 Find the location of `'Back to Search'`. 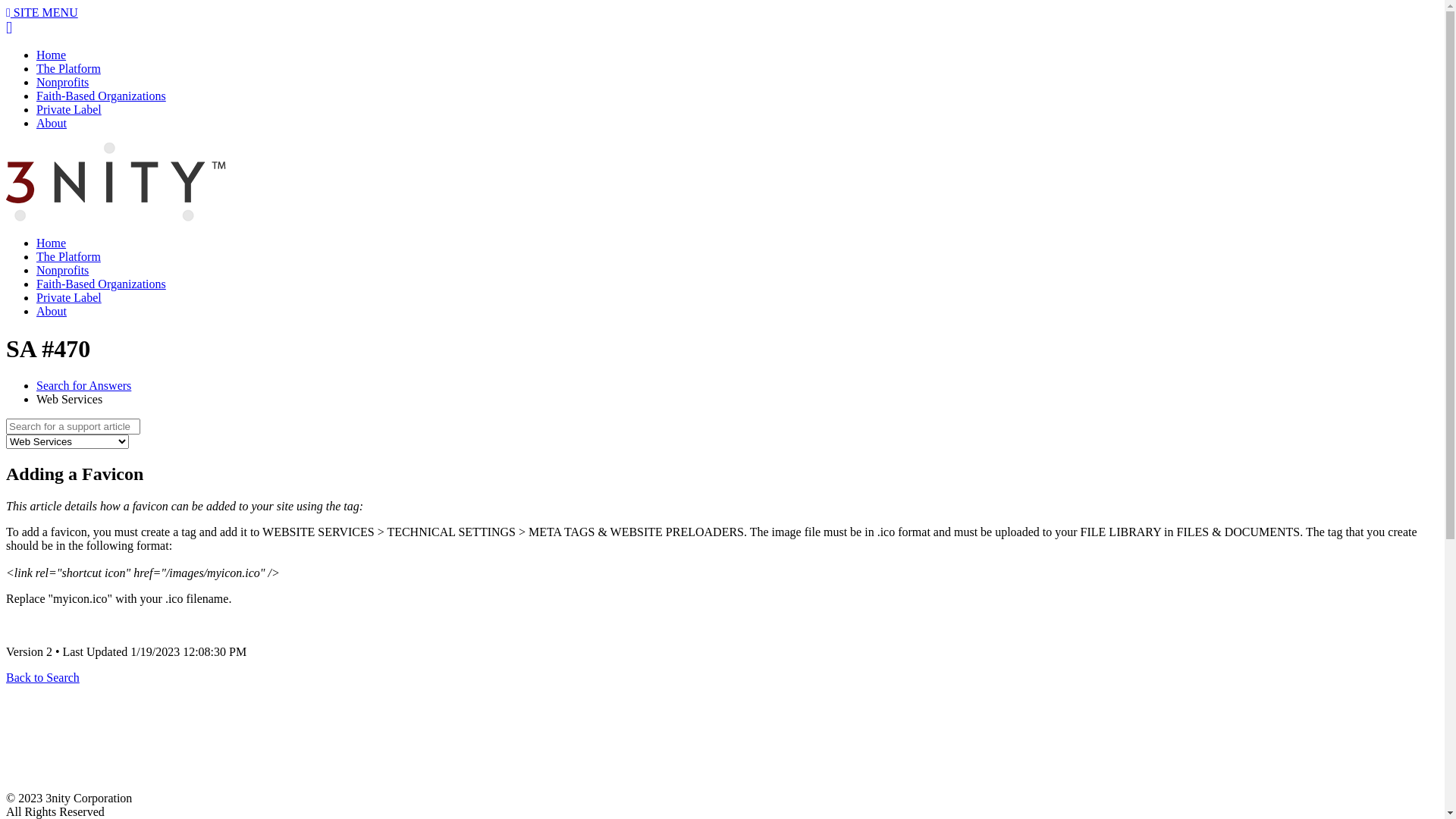

'Back to Search' is located at coordinates (42, 676).